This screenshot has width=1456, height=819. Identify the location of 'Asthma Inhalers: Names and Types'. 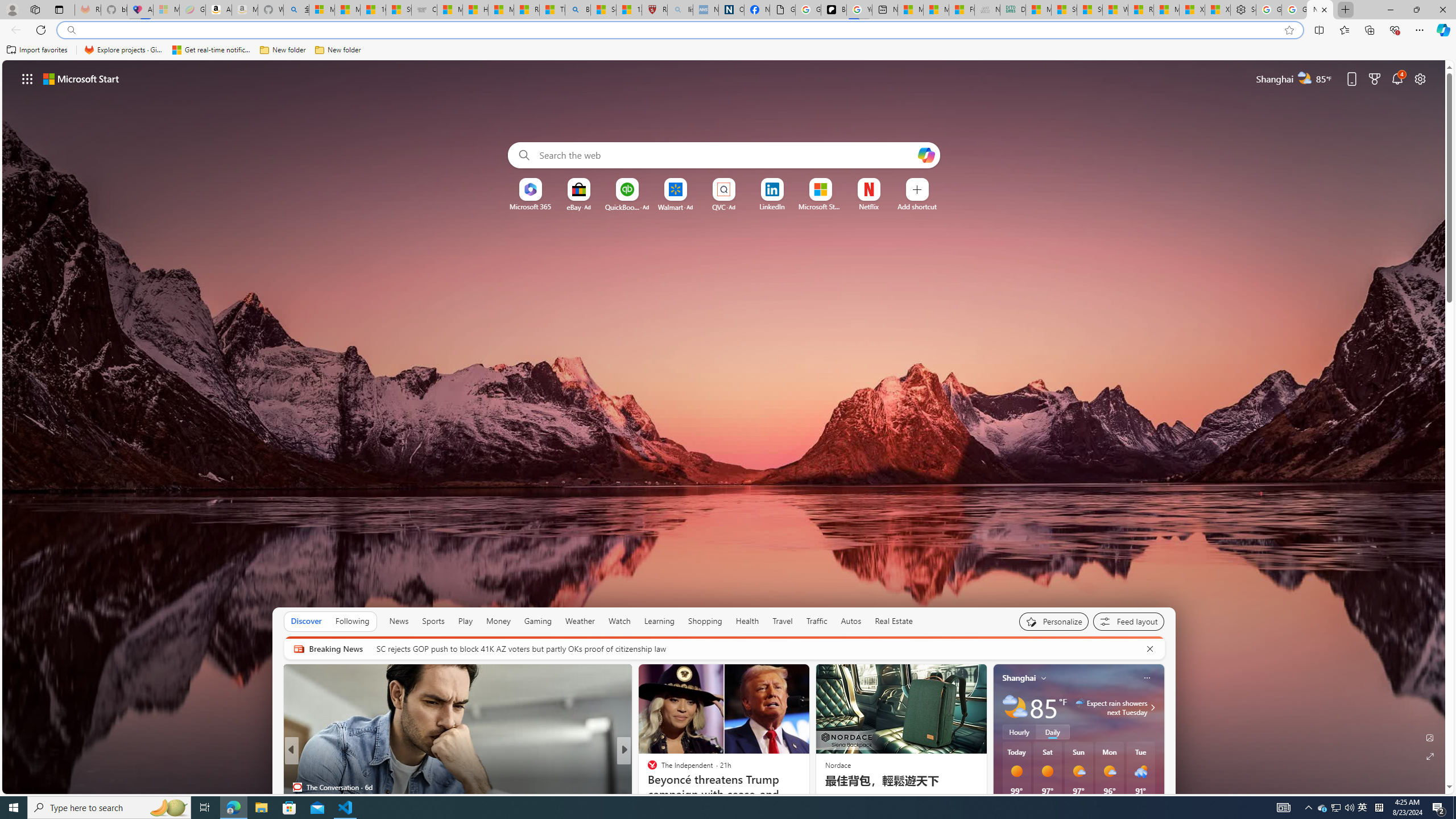
(140, 9).